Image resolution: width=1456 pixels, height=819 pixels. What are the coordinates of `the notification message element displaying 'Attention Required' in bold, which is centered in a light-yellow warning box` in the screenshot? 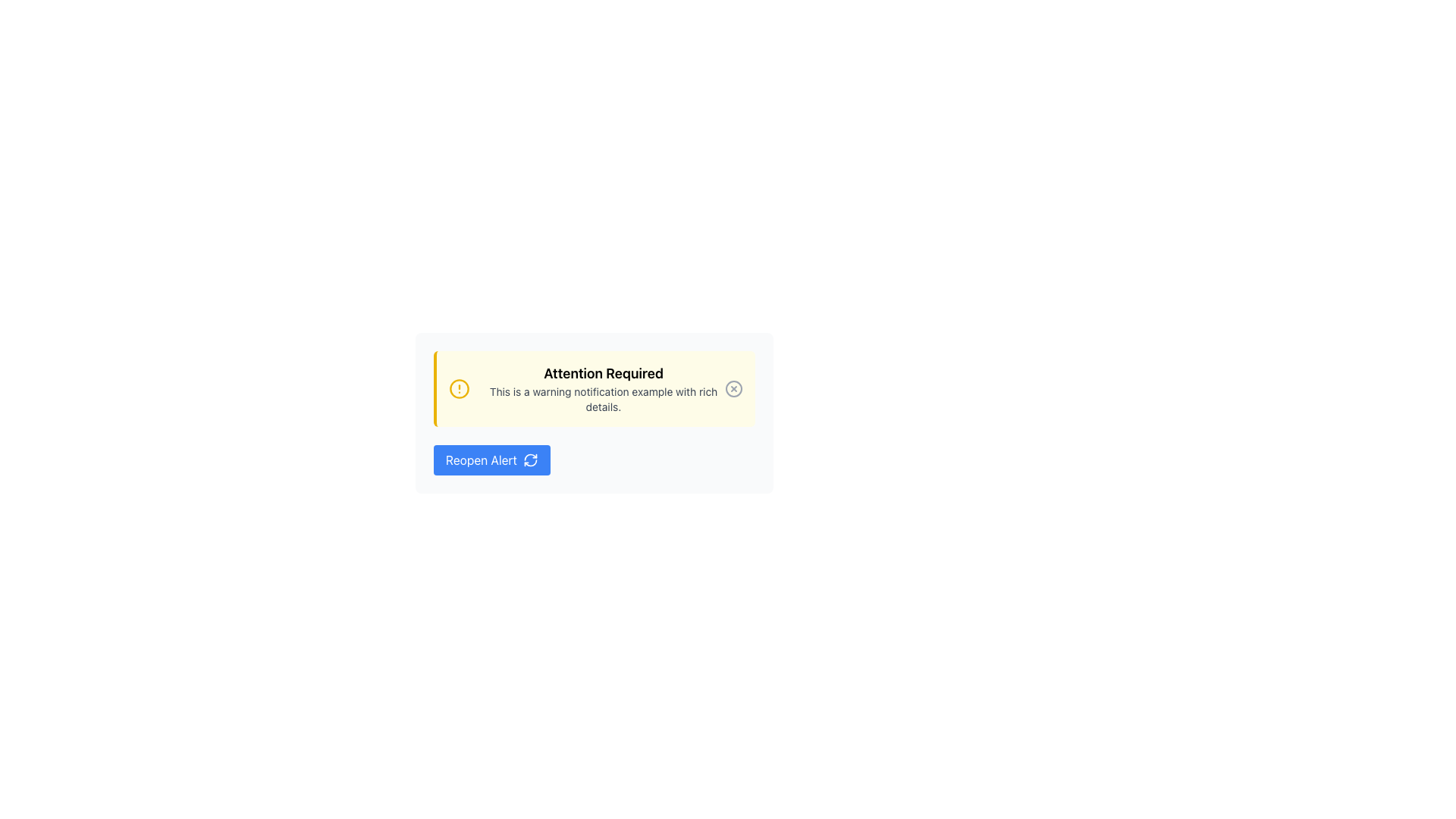 It's located at (603, 388).